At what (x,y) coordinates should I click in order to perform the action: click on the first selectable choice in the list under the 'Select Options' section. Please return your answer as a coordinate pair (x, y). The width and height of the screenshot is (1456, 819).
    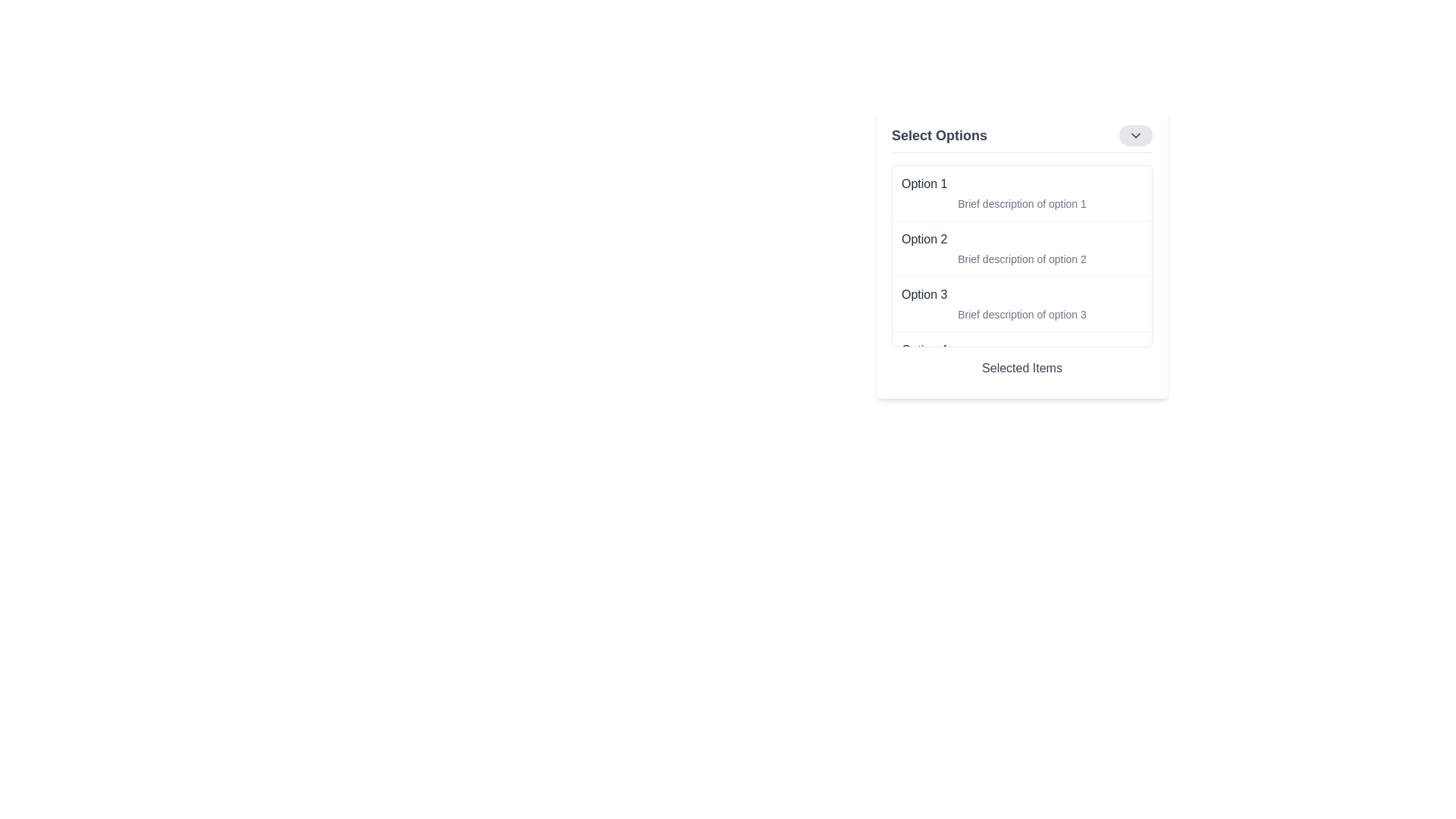
    Looking at the image, I should click on (1022, 192).